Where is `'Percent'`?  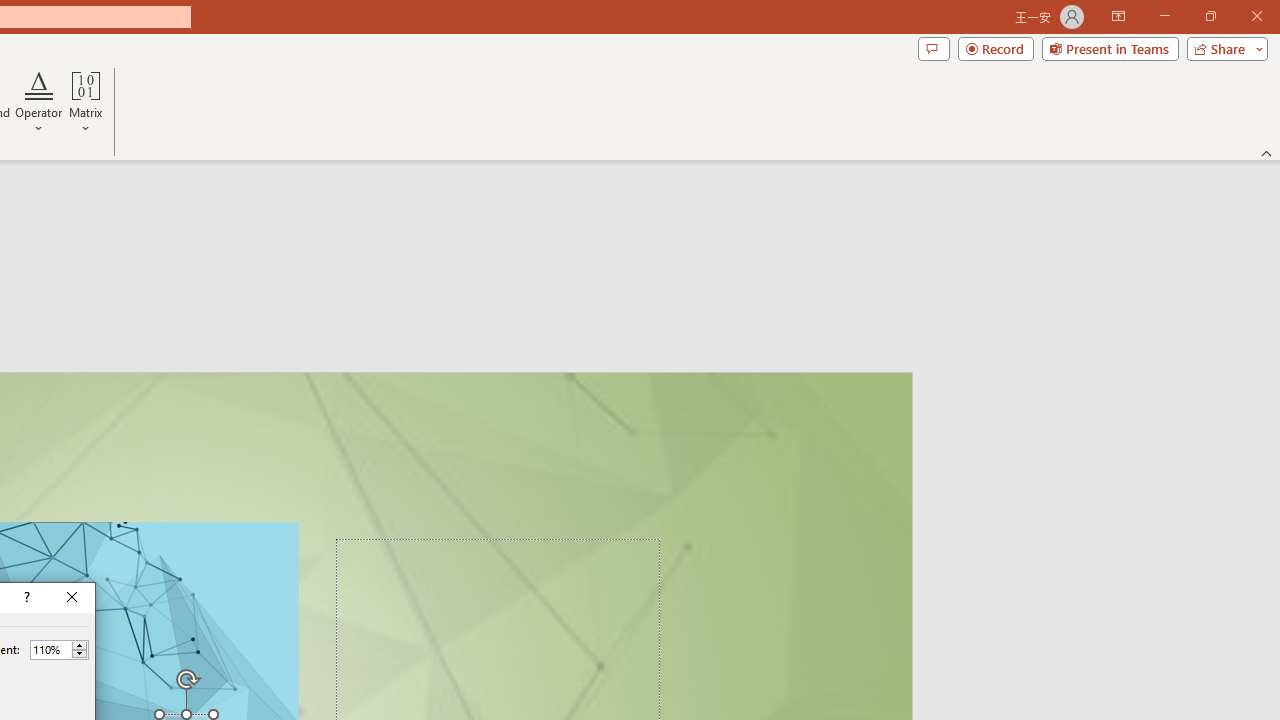
'Percent' is located at coordinates (50, 649).